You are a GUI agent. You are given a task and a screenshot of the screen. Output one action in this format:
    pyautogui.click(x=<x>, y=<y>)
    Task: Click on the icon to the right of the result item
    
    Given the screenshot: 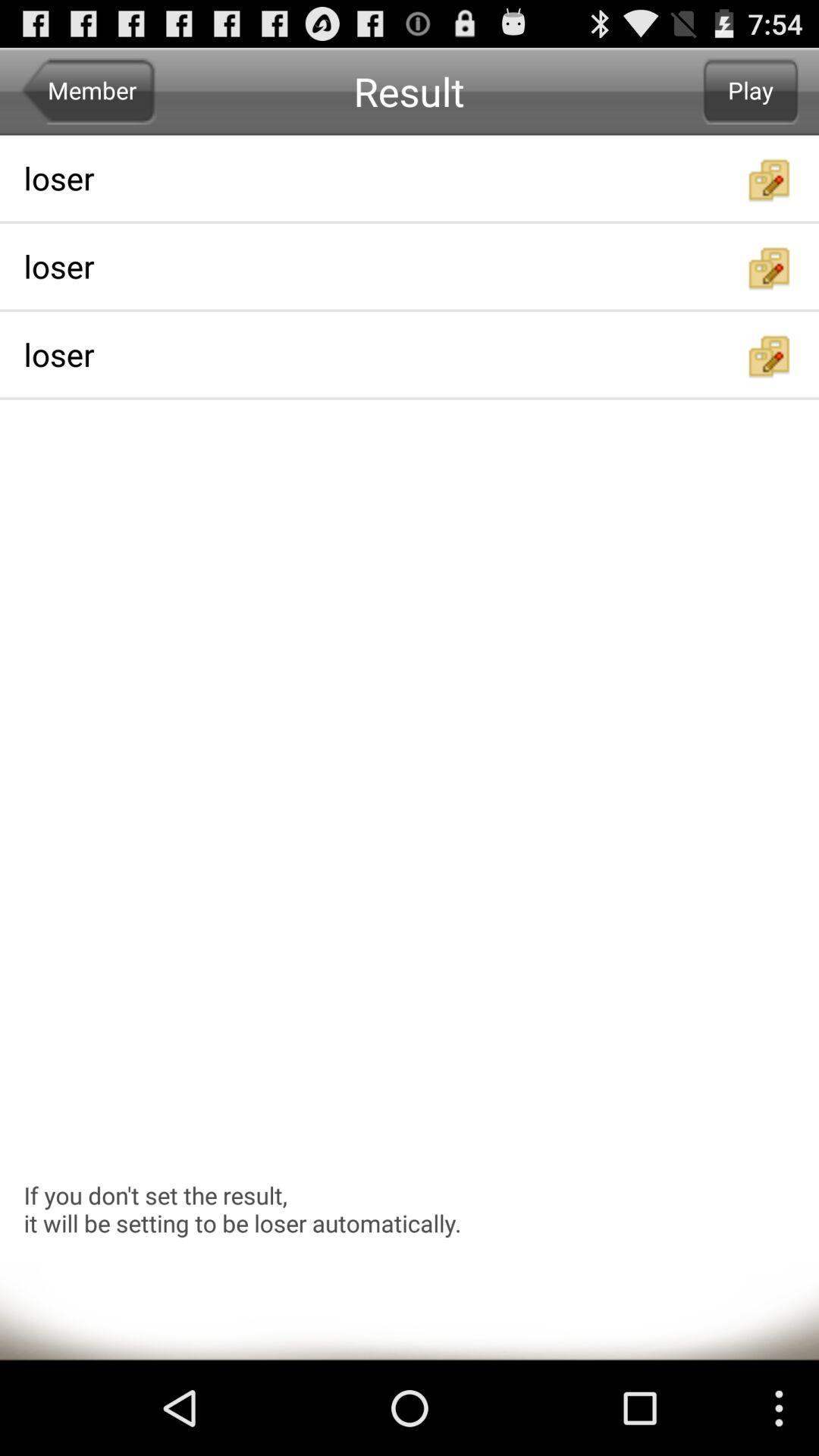 What is the action you would take?
    pyautogui.click(x=751, y=90)
    